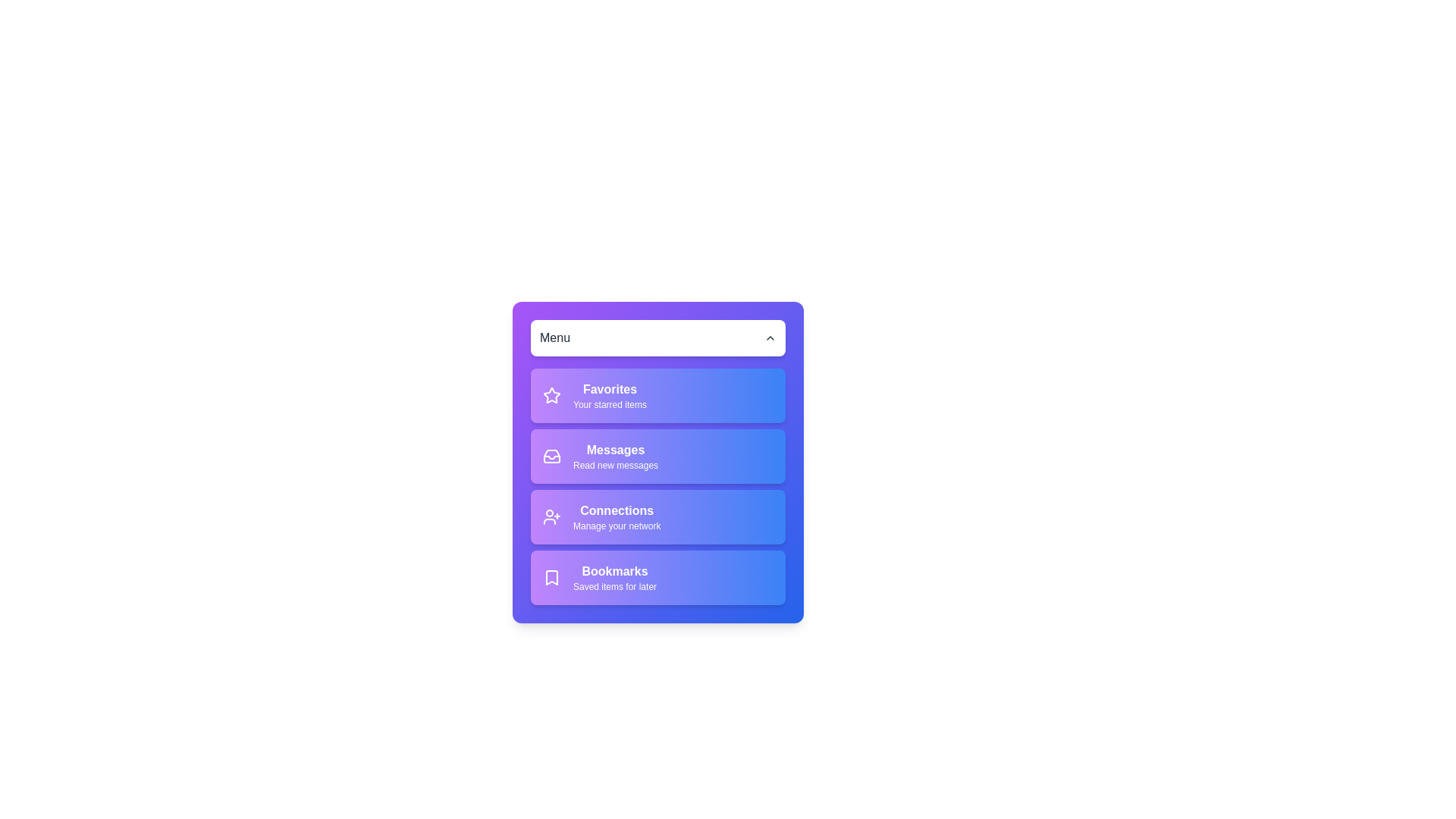  Describe the element at coordinates (658, 455) in the screenshot. I see `the menu item Messages by clicking on it` at that location.